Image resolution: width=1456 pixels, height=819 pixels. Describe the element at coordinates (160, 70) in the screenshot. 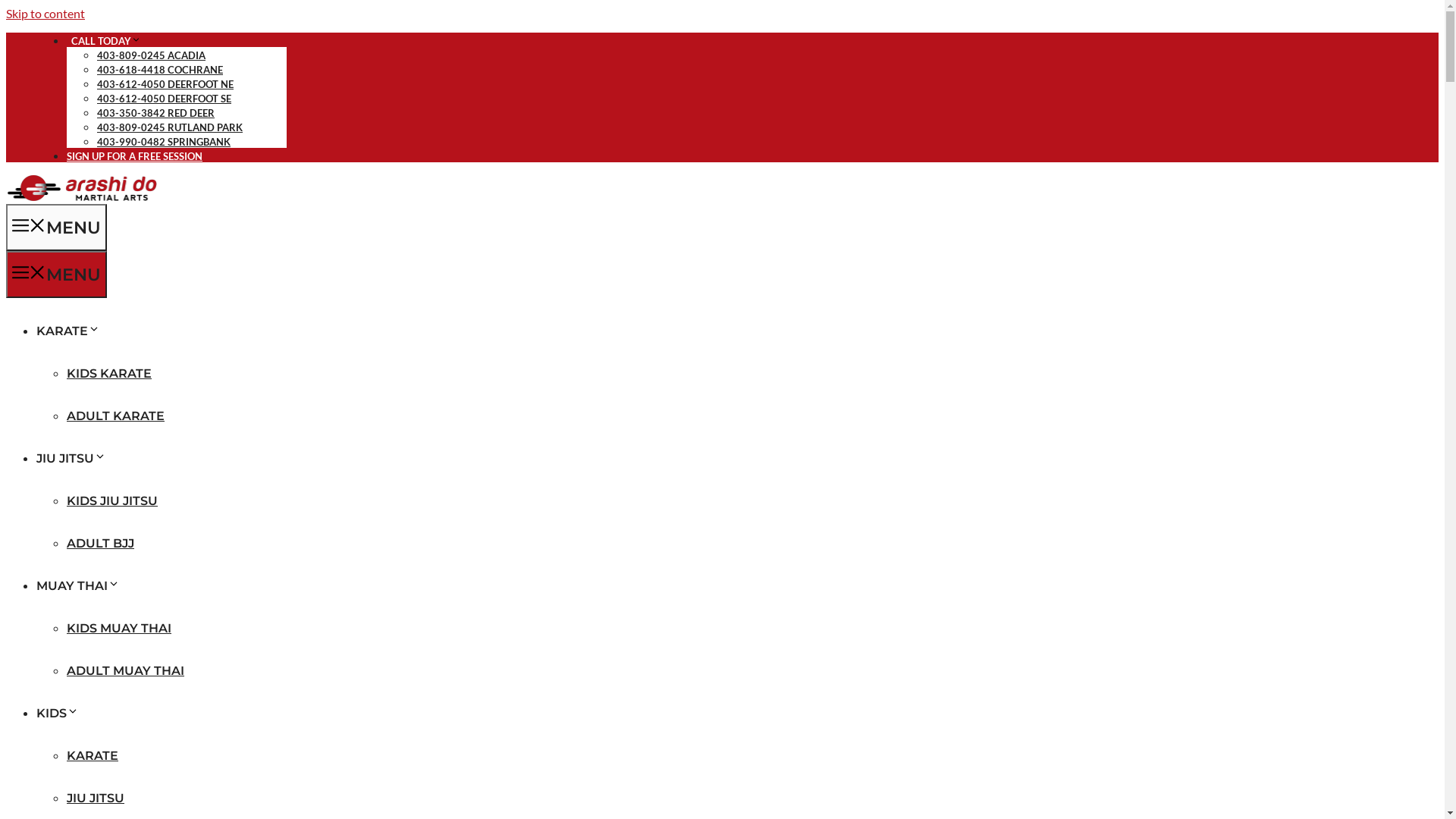

I see `'403-618-4418 COCHRANE'` at that location.